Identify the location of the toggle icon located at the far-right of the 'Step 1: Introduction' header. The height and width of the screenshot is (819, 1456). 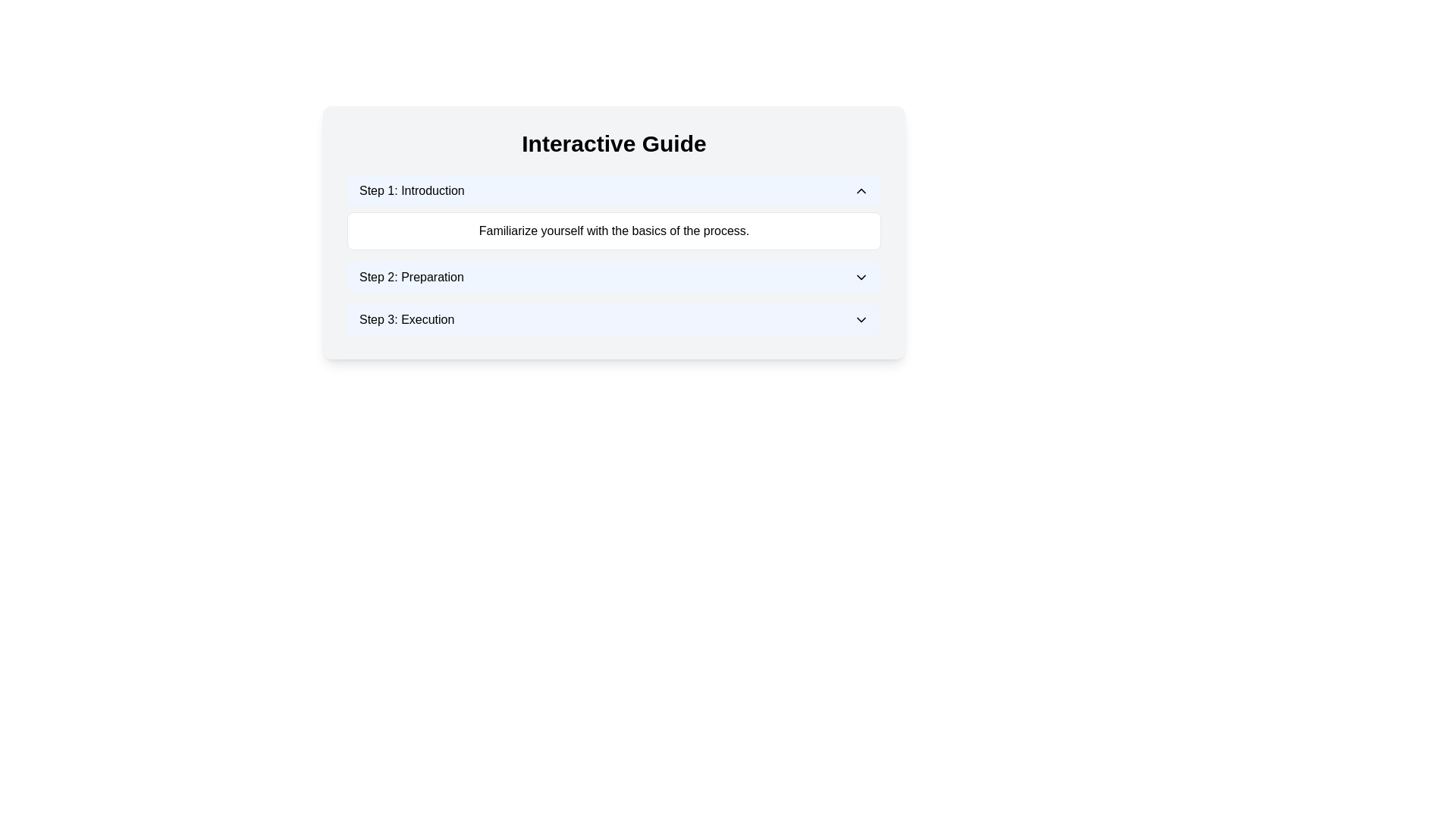
(861, 190).